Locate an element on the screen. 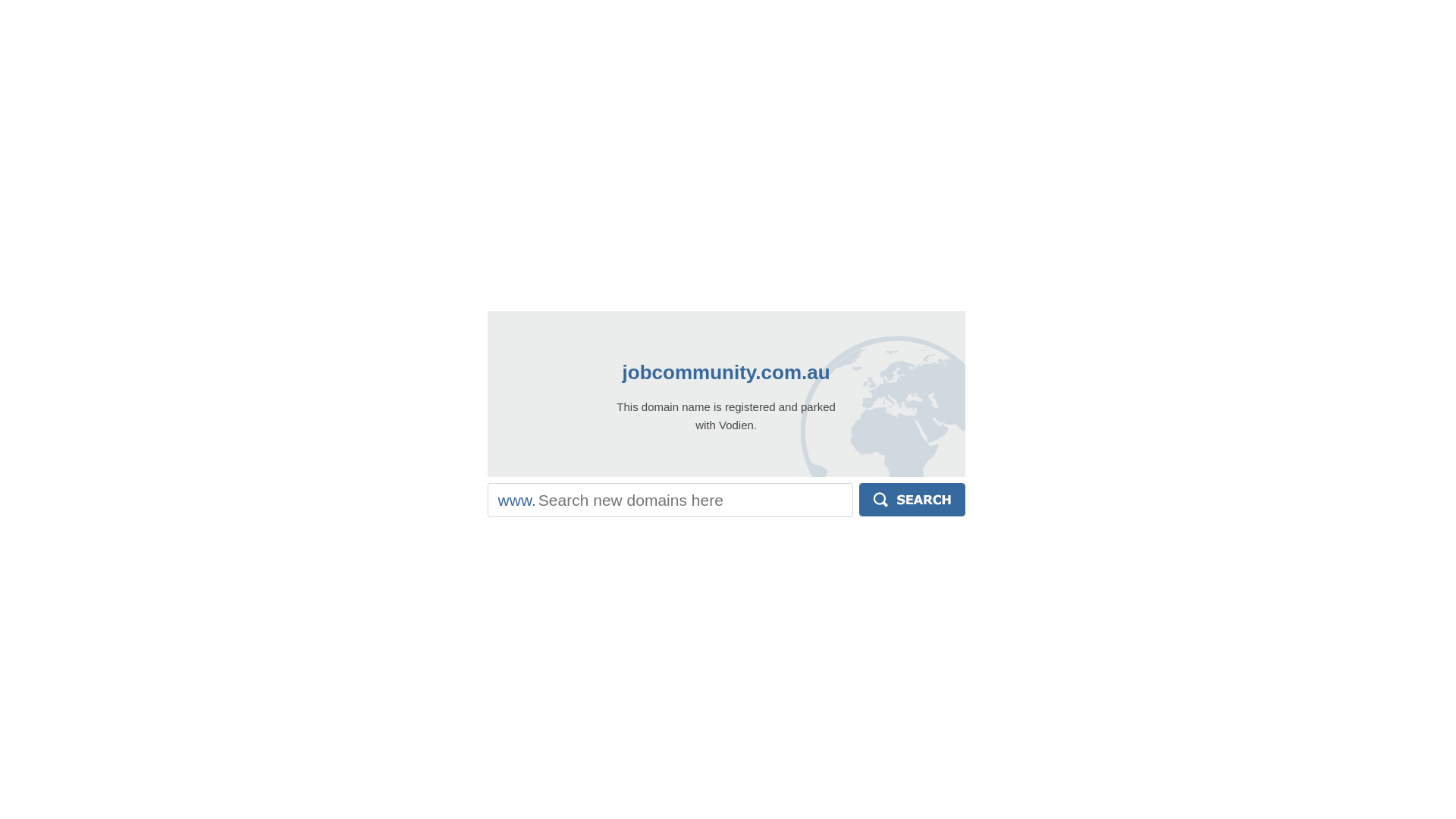 The height and width of the screenshot is (819, 1456). 'Search' is located at coordinates (912, 500).